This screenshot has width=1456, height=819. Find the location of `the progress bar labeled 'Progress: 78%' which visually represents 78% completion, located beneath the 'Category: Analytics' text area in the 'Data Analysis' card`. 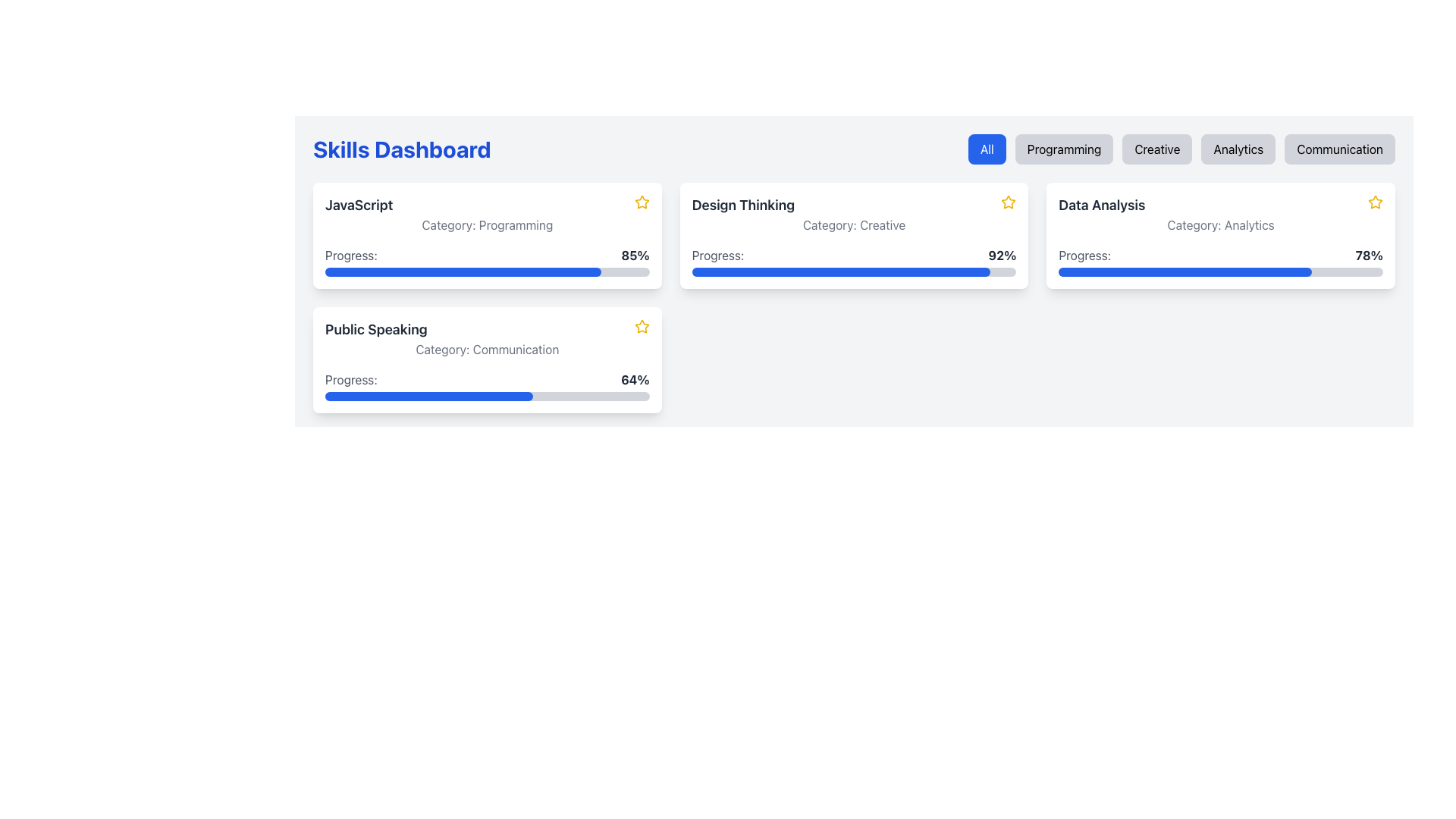

the progress bar labeled 'Progress: 78%' which visually represents 78% completion, located beneath the 'Category: Analytics' text area in the 'Data Analysis' card is located at coordinates (1221, 260).